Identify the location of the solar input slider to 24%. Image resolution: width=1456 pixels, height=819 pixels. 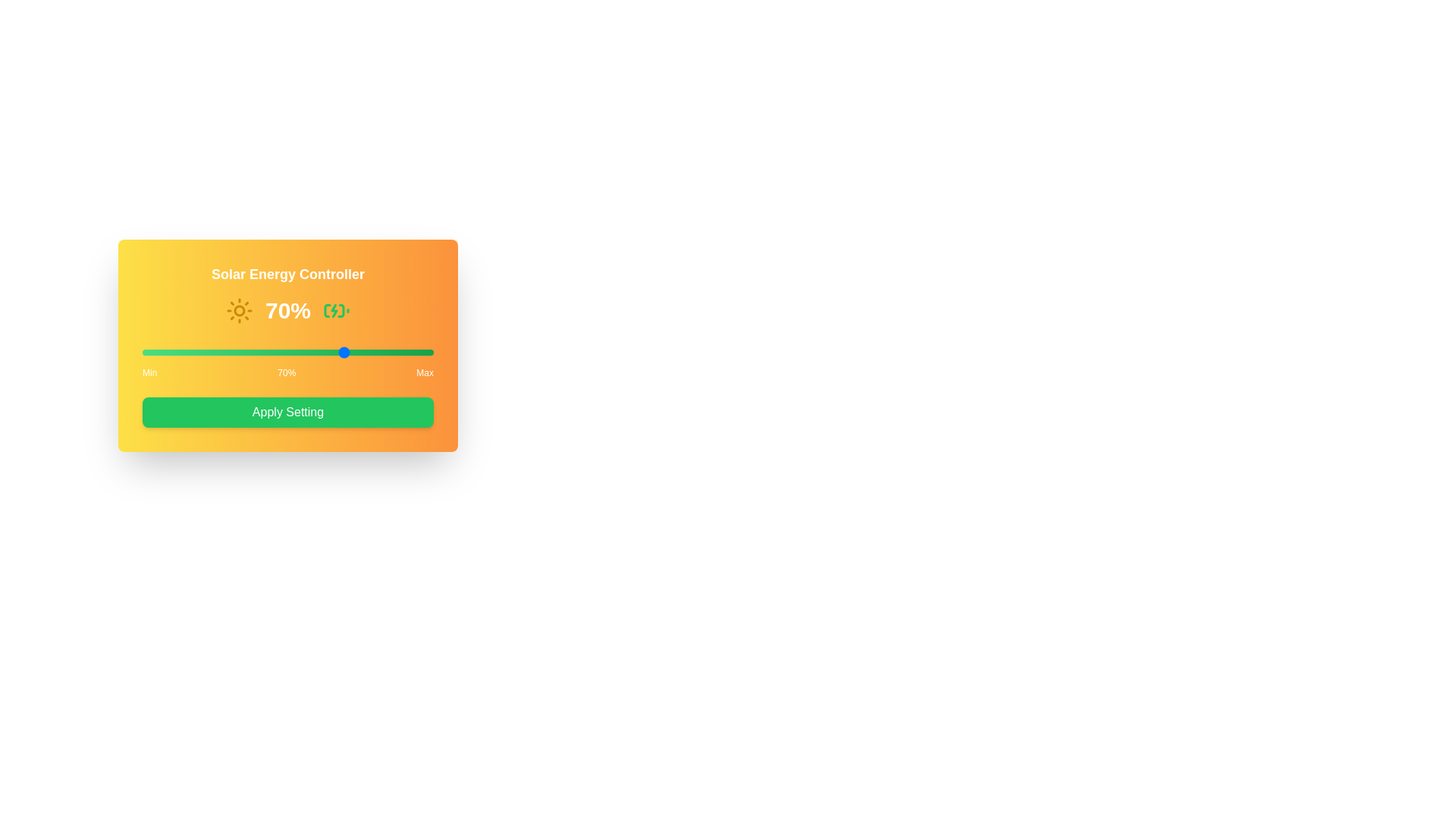
(212, 353).